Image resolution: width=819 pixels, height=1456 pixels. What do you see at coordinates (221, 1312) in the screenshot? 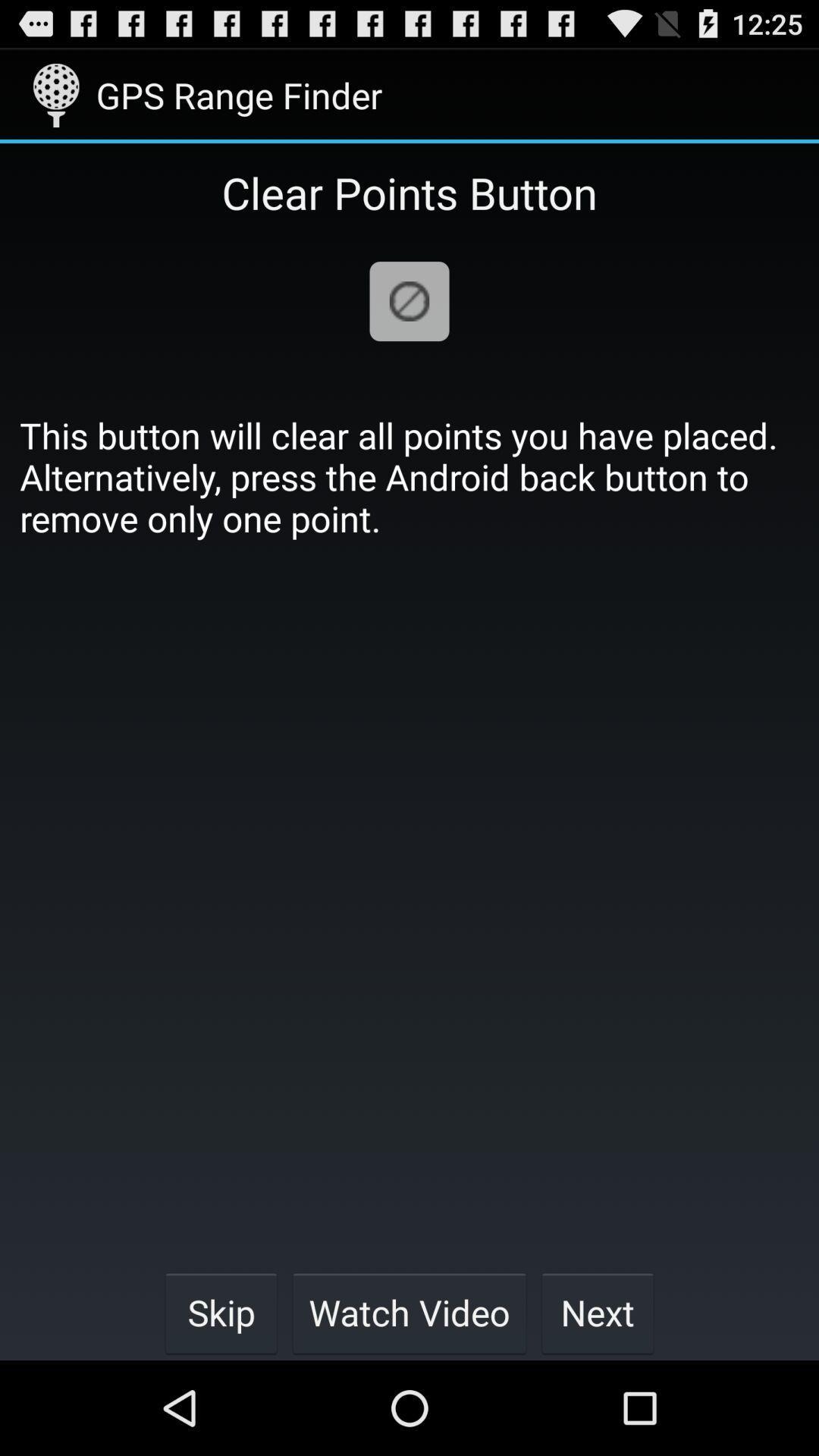
I see `skip at the bottom left corner` at bounding box center [221, 1312].